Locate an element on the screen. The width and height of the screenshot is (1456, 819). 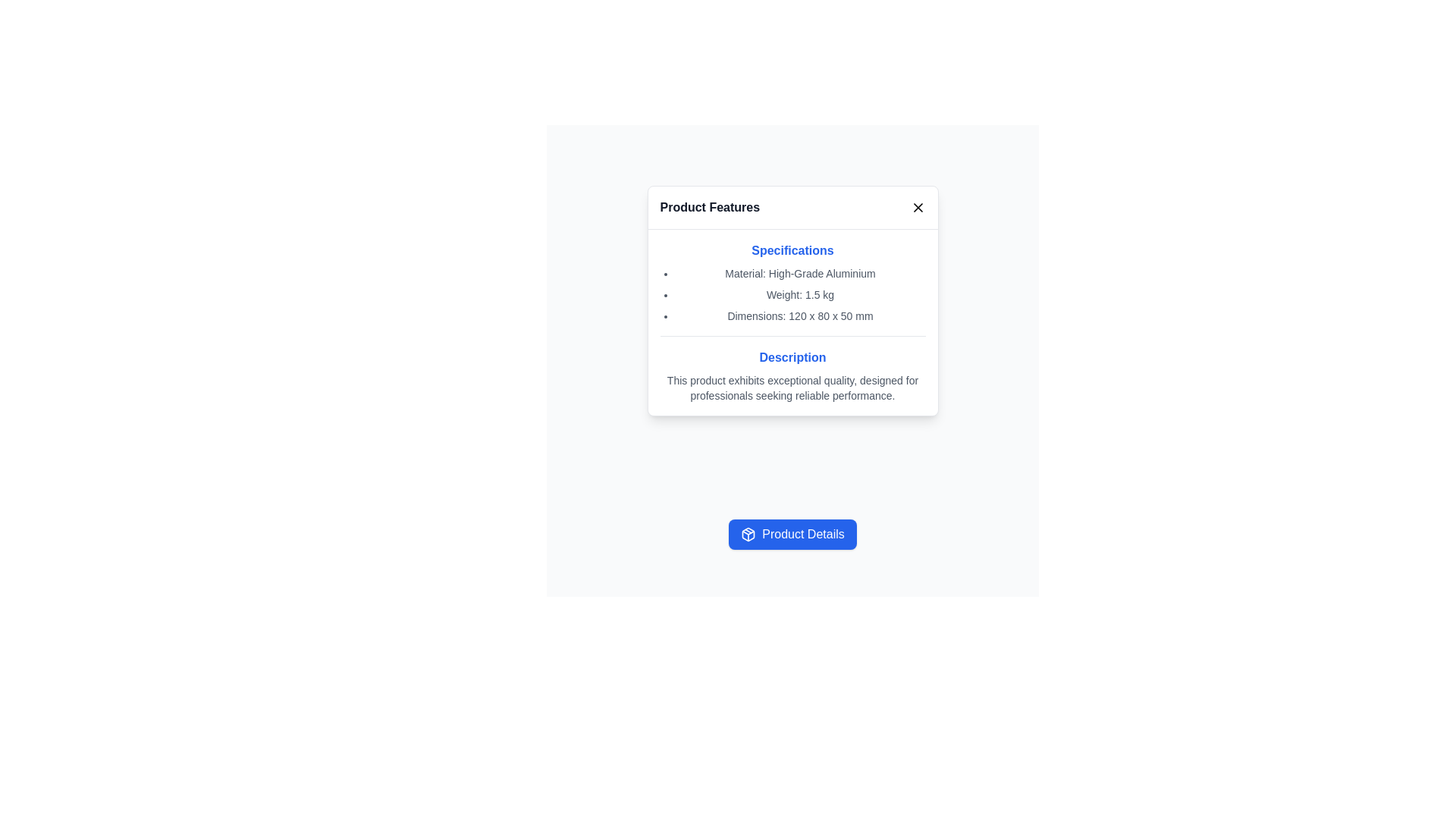
the section header text label that serves as a title for the descriptive content is located at coordinates (792, 357).